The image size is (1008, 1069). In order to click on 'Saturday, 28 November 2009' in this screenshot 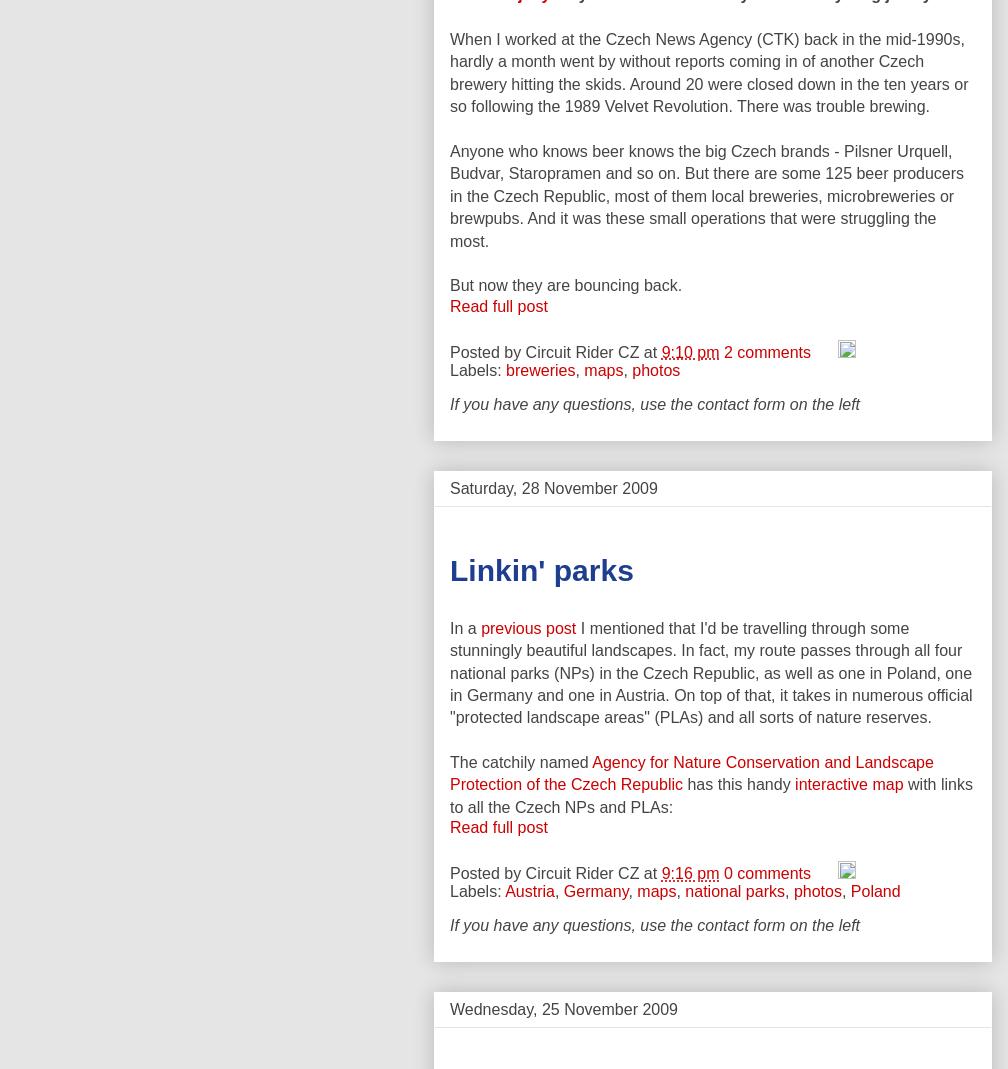, I will do `click(553, 486)`.